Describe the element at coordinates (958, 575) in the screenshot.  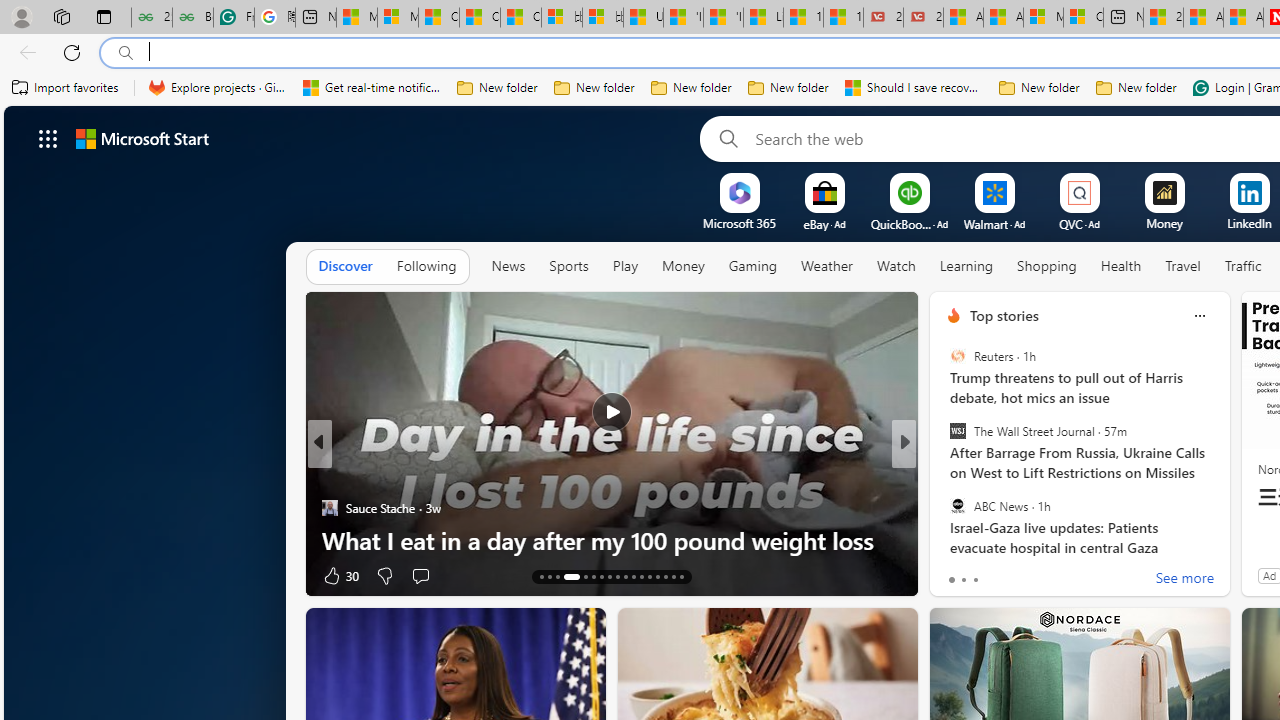
I see `'275 Like'` at that location.